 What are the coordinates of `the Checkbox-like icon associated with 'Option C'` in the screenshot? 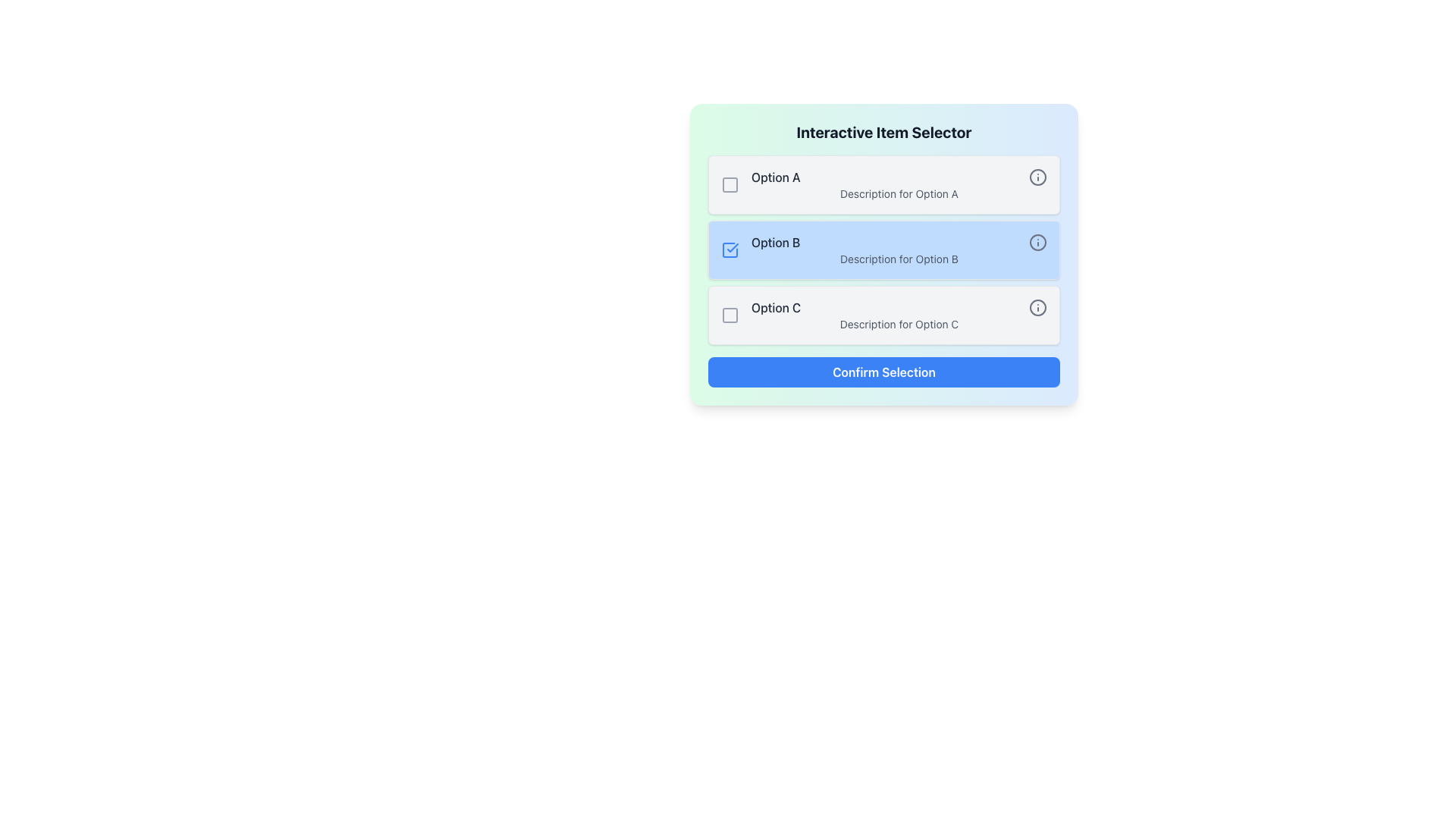 It's located at (730, 315).